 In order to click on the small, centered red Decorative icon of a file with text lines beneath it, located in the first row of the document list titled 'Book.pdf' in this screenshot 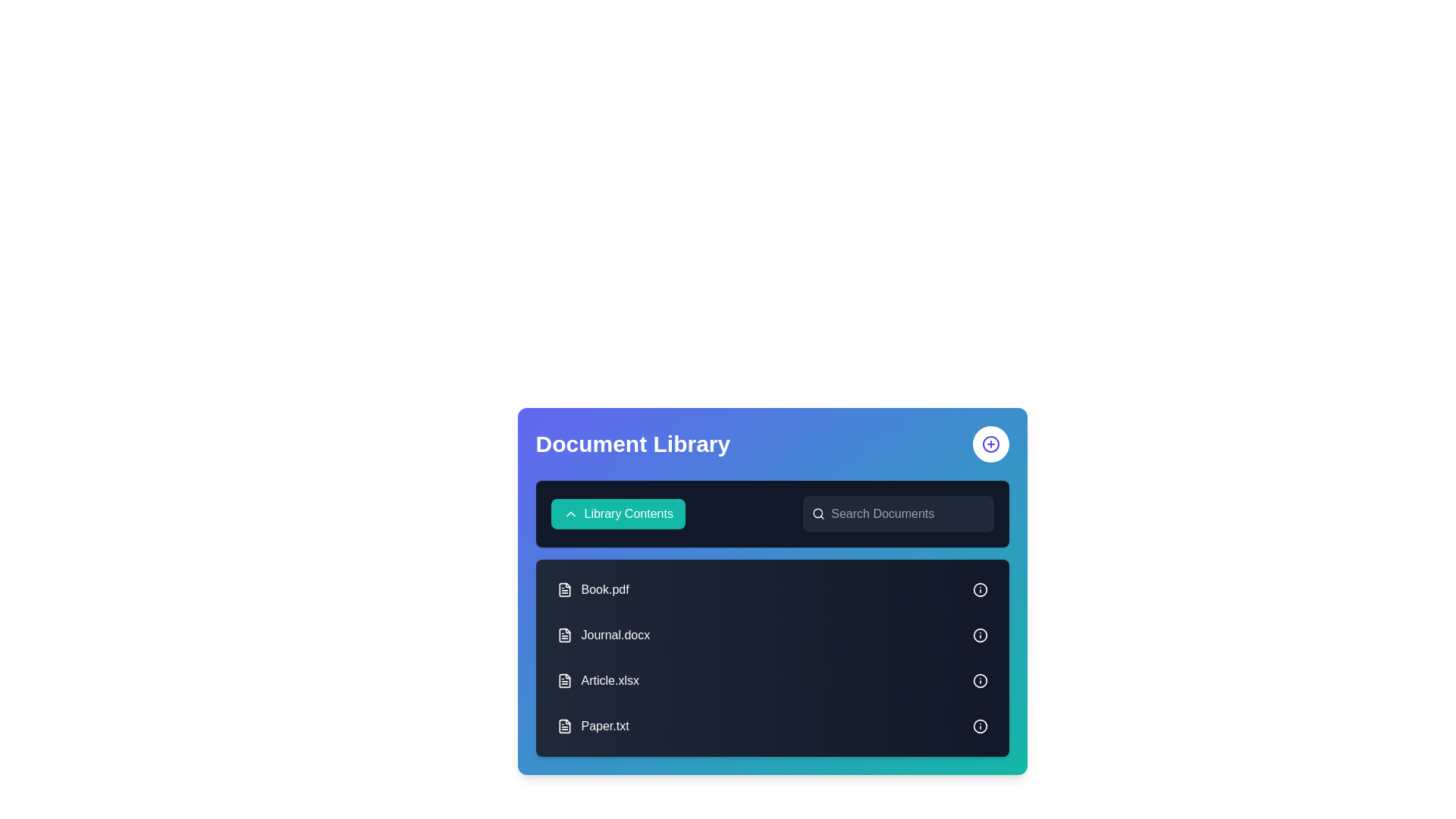, I will do `click(563, 589)`.